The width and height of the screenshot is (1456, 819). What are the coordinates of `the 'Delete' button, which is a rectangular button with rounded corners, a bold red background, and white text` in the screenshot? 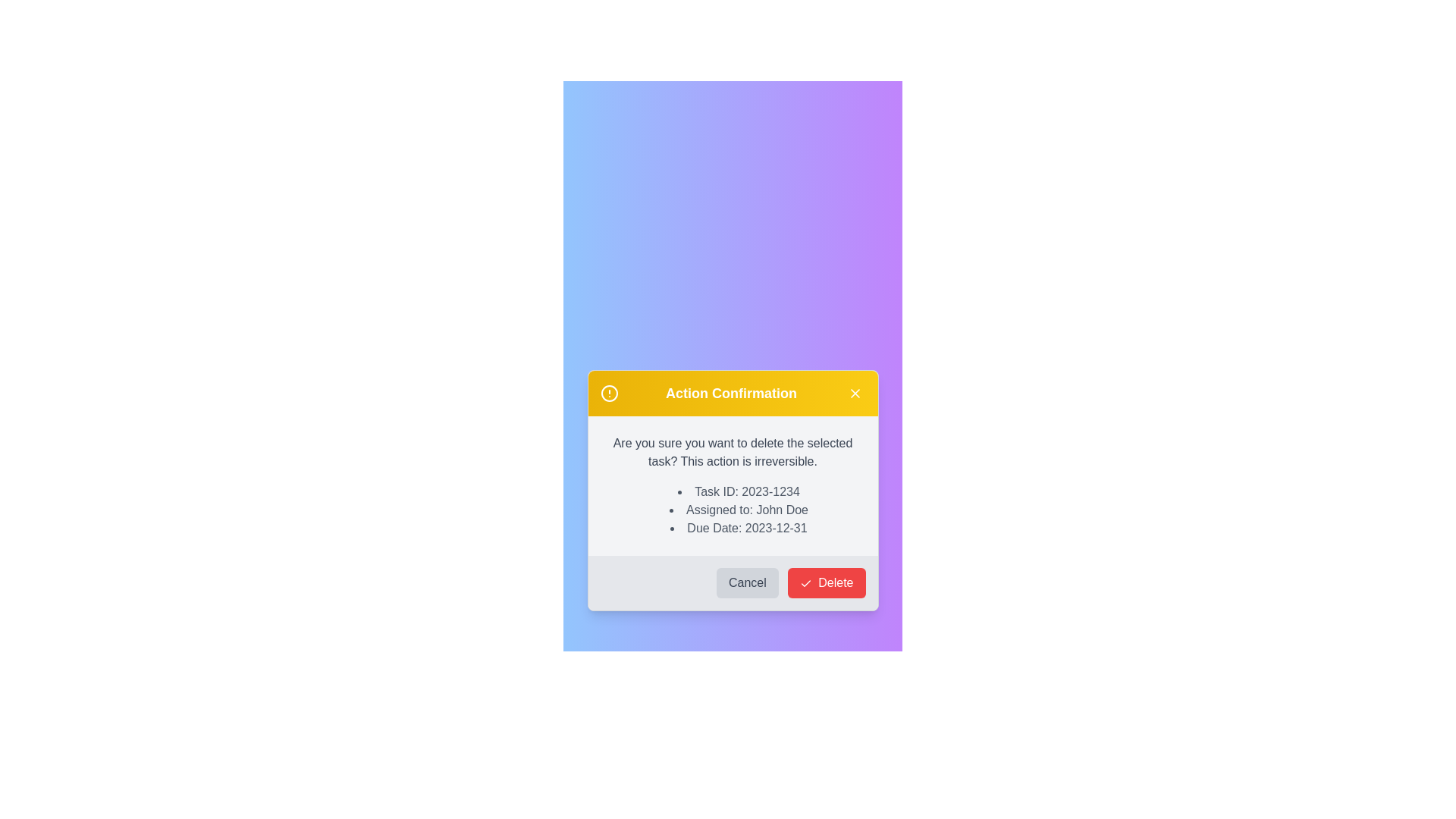 It's located at (825, 582).